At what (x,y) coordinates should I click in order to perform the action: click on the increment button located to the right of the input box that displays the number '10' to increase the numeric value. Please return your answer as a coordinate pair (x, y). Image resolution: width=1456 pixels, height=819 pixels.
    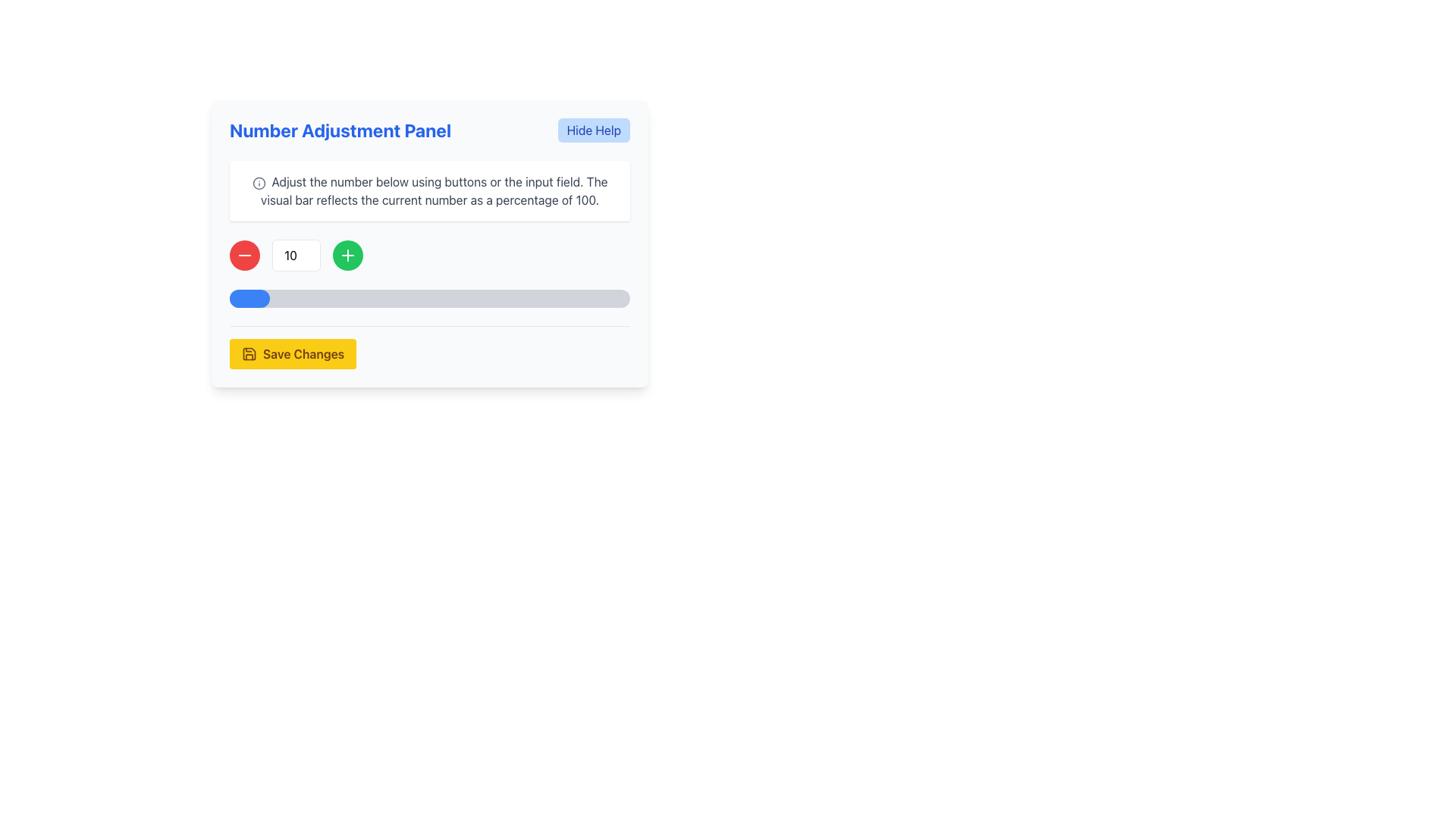
    Looking at the image, I should click on (347, 254).